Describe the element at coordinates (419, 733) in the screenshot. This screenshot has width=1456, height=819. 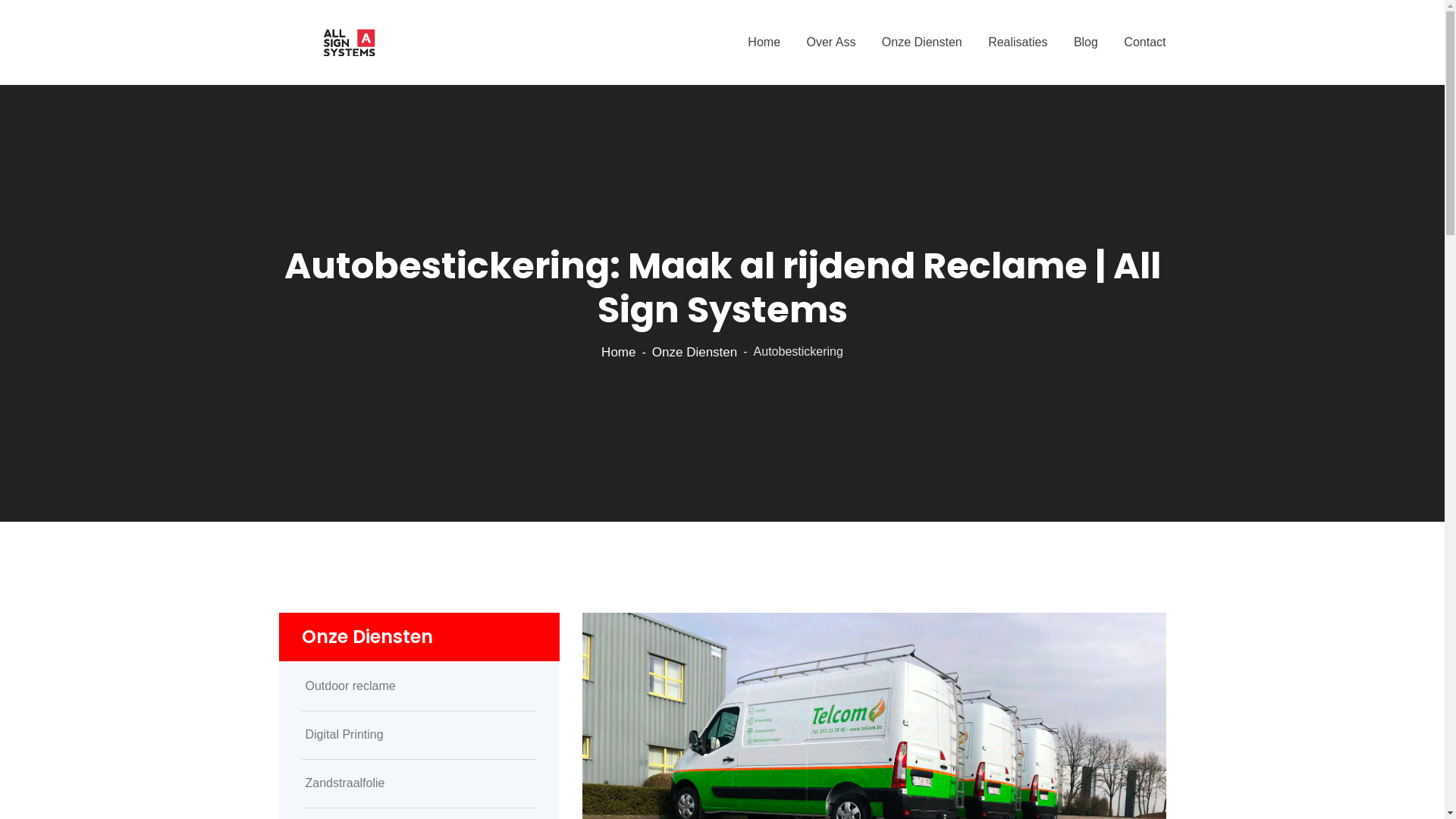
I see `'Digital Printing'` at that location.